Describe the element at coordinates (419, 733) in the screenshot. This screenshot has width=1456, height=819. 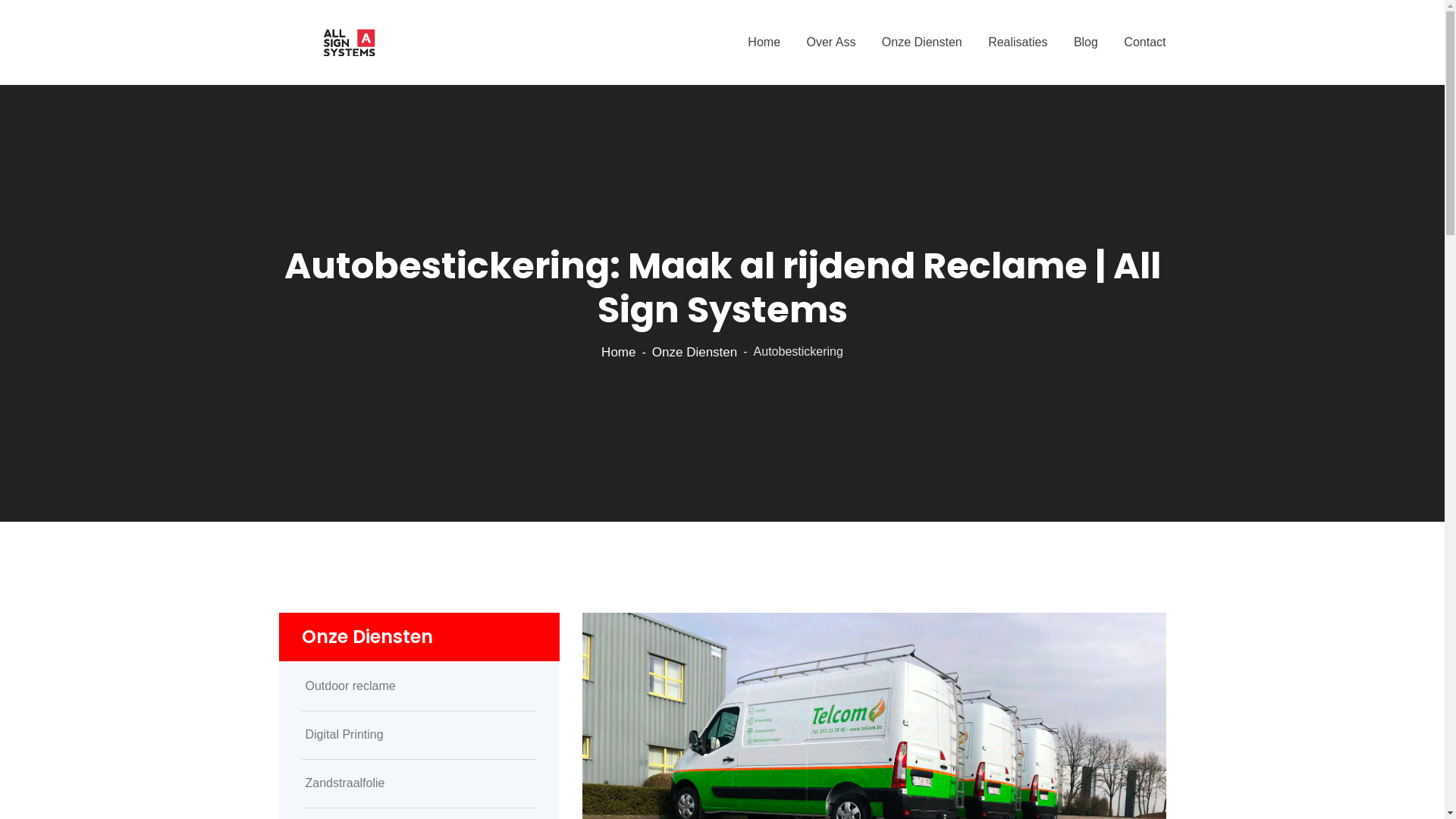
I see `'Digital Printing'` at that location.